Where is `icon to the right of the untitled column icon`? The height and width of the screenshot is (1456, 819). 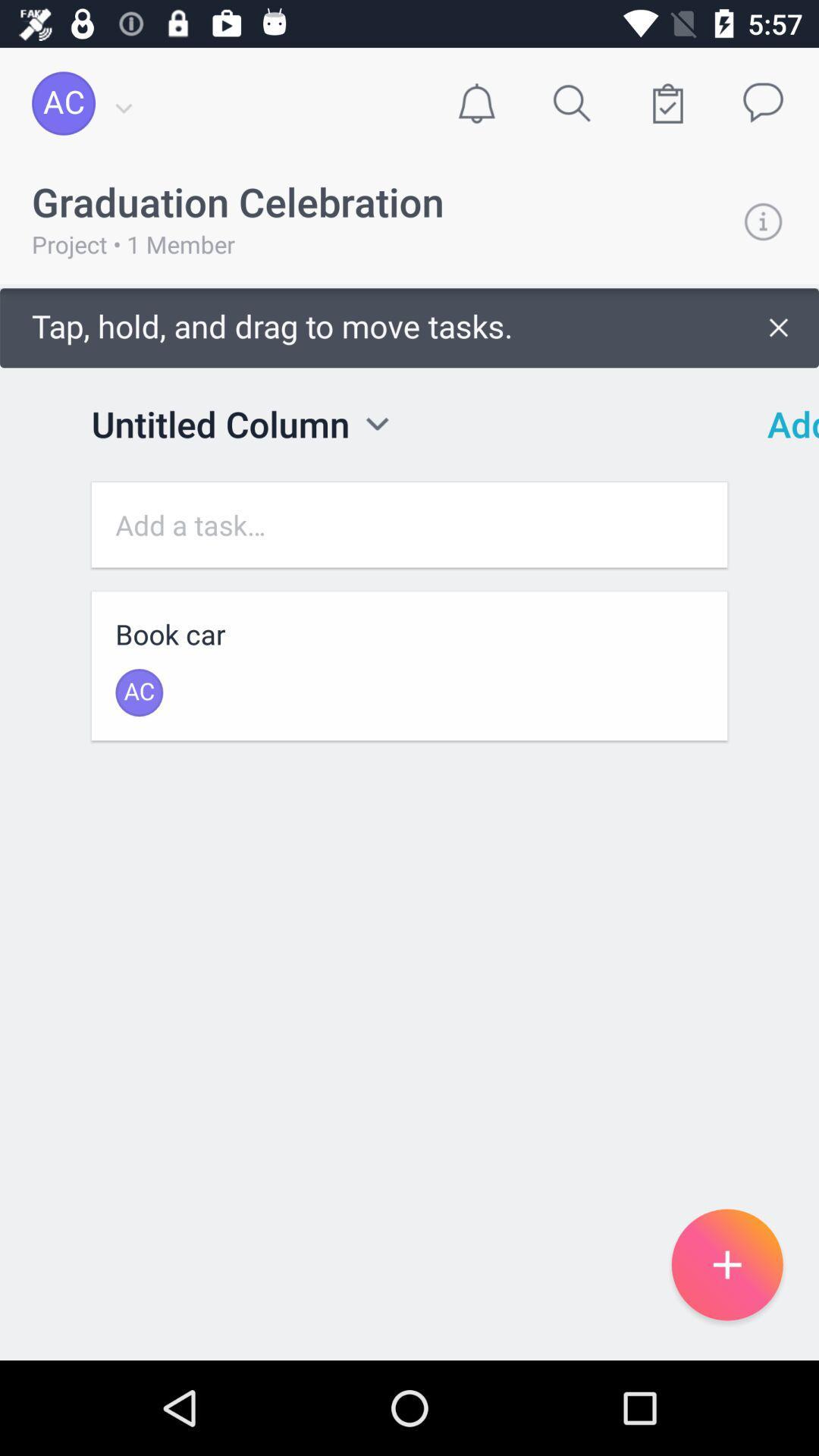 icon to the right of the untitled column icon is located at coordinates (376, 424).